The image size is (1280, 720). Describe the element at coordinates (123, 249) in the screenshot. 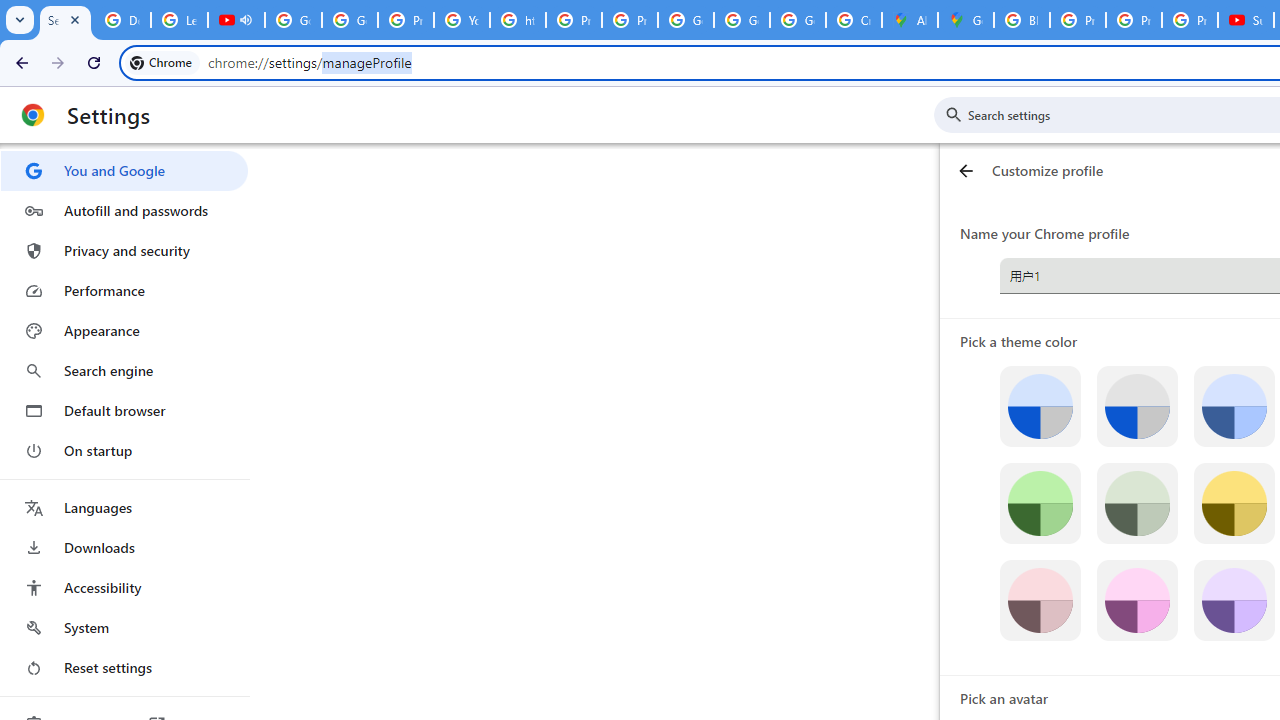

I see `'Privacy and security'` at that location.